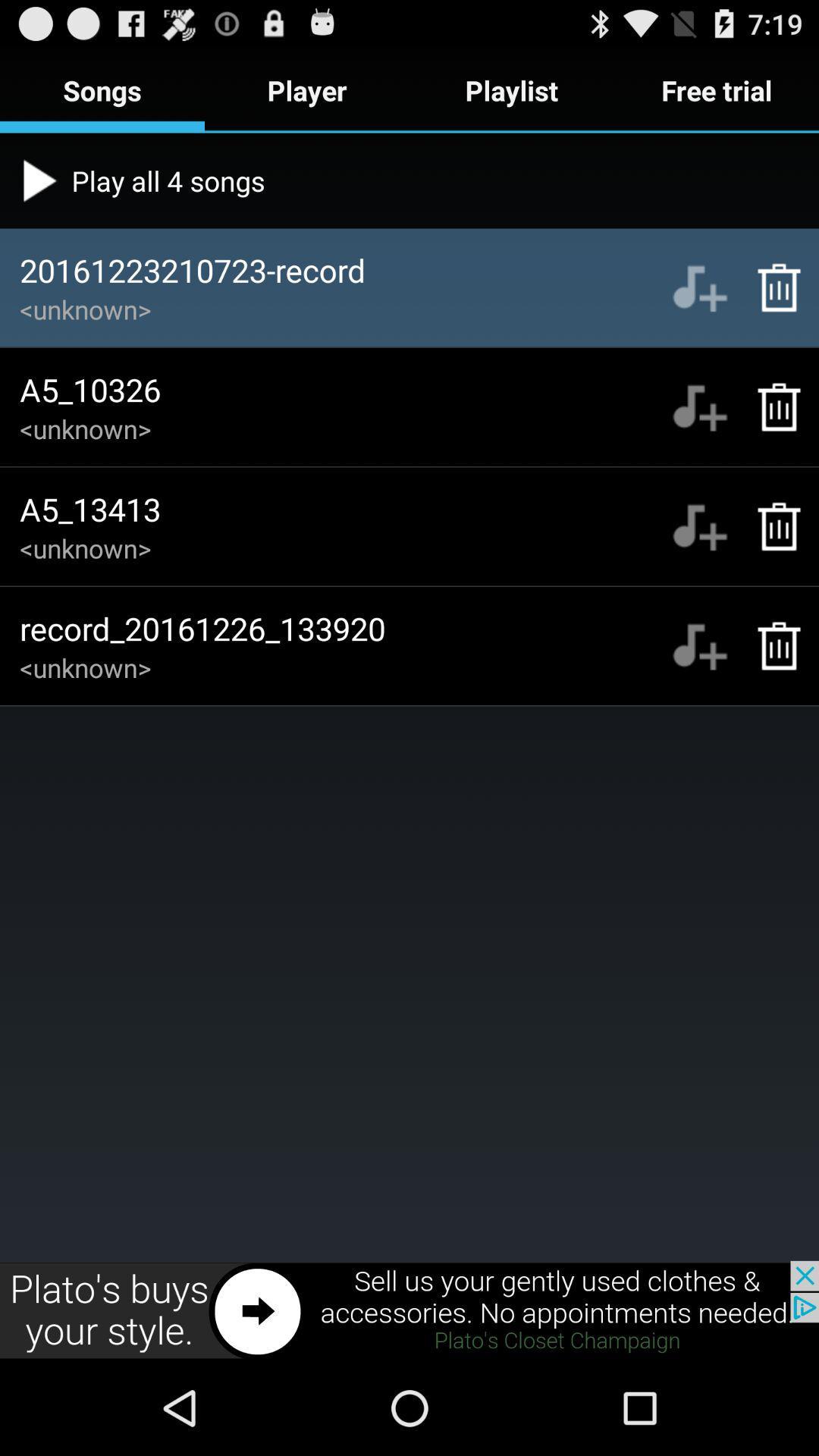 The image size is (819, 1456). I want to click on delete, so click(771, 407).